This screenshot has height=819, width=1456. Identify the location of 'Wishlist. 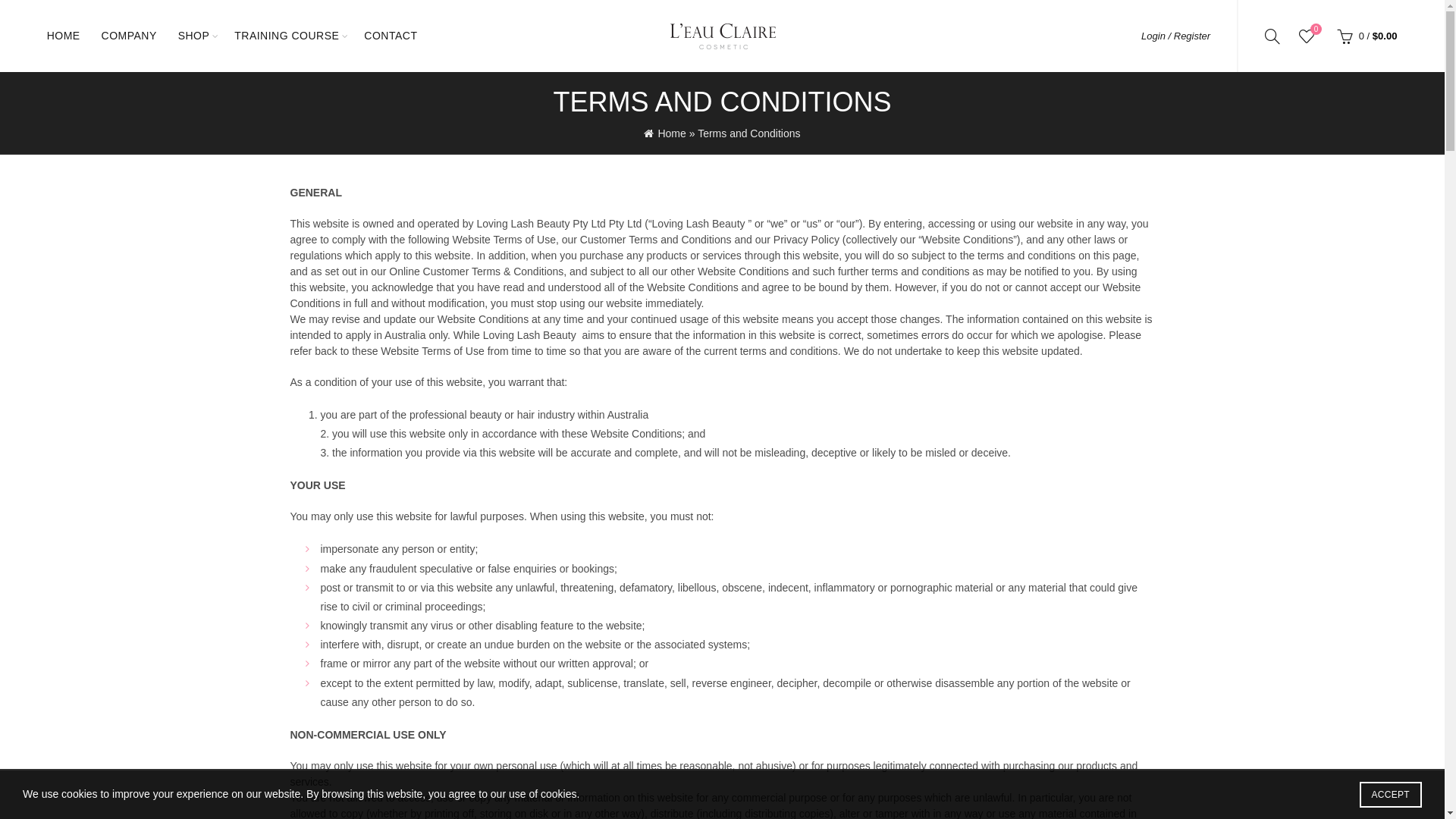
(1306, 34).